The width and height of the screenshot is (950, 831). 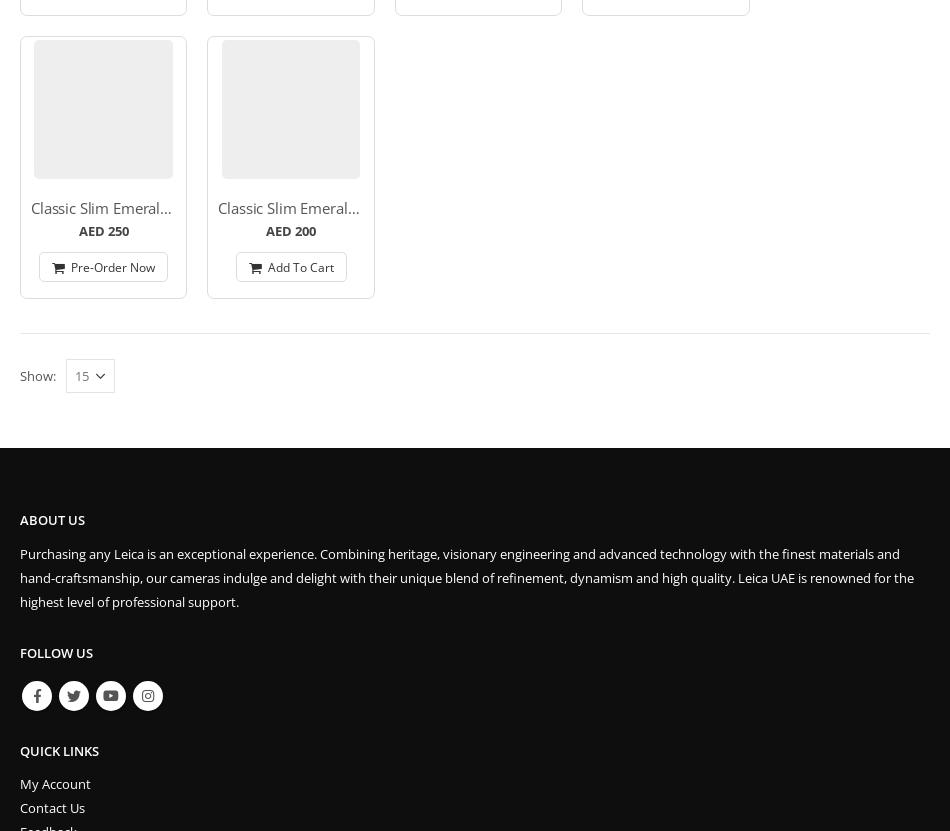 What do you see at coordinates (117, 231) in the screenshot?
I see `'250'` at bounding box center [117, 231].